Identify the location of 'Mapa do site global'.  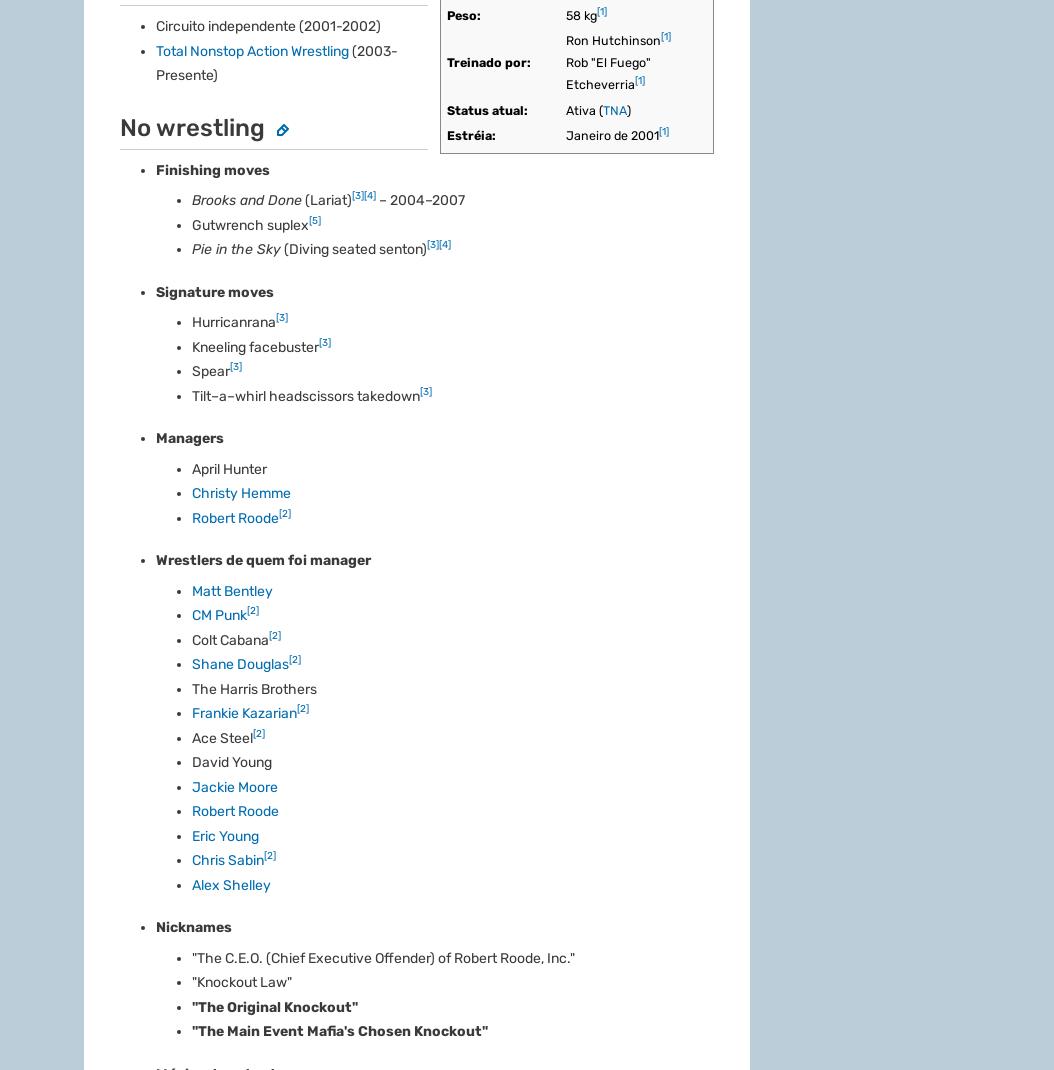
(491, 485).